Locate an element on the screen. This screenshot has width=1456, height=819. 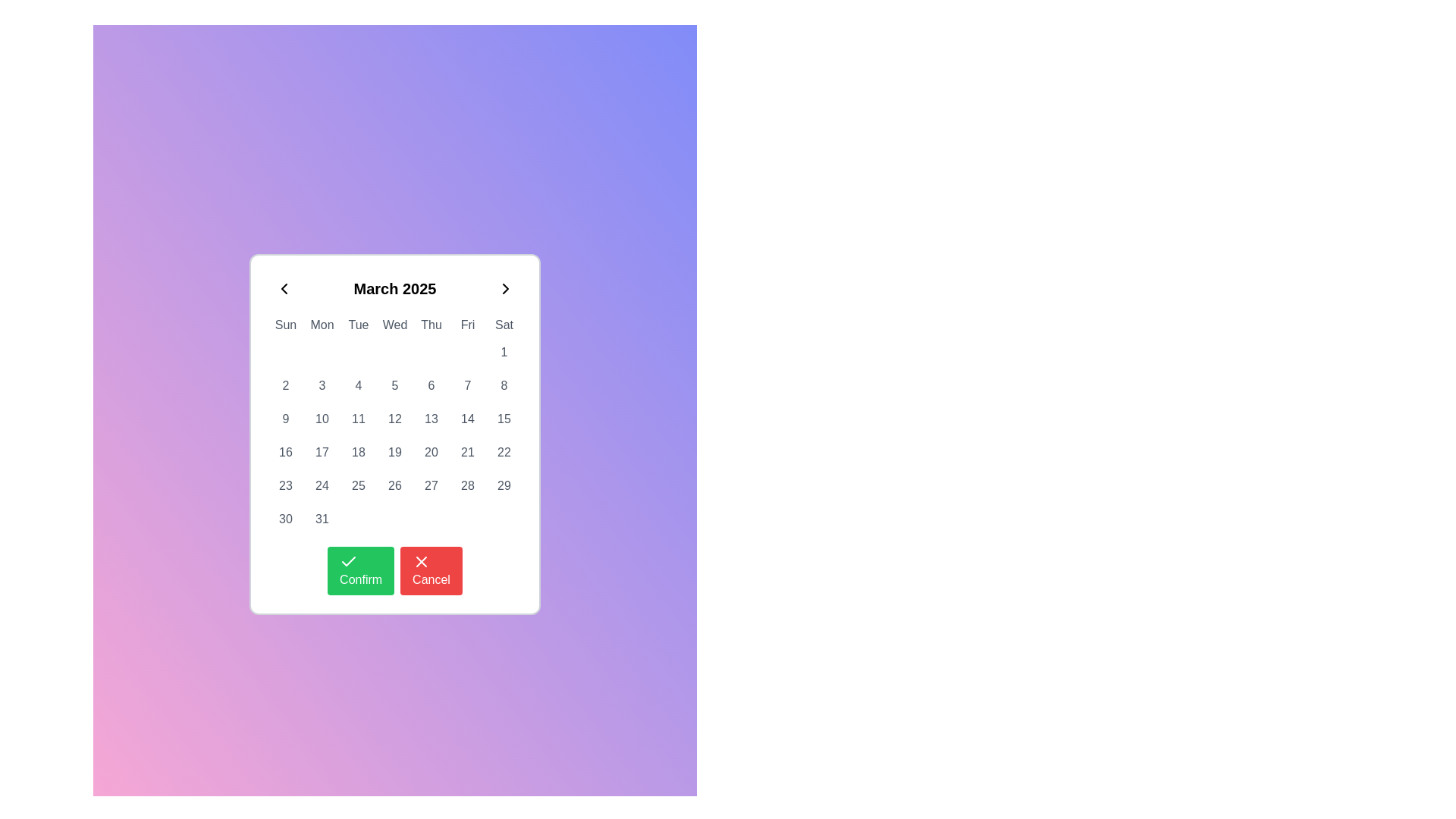
the button representing the 20th day of the month in the calendar is located at coordinates (431, 452).